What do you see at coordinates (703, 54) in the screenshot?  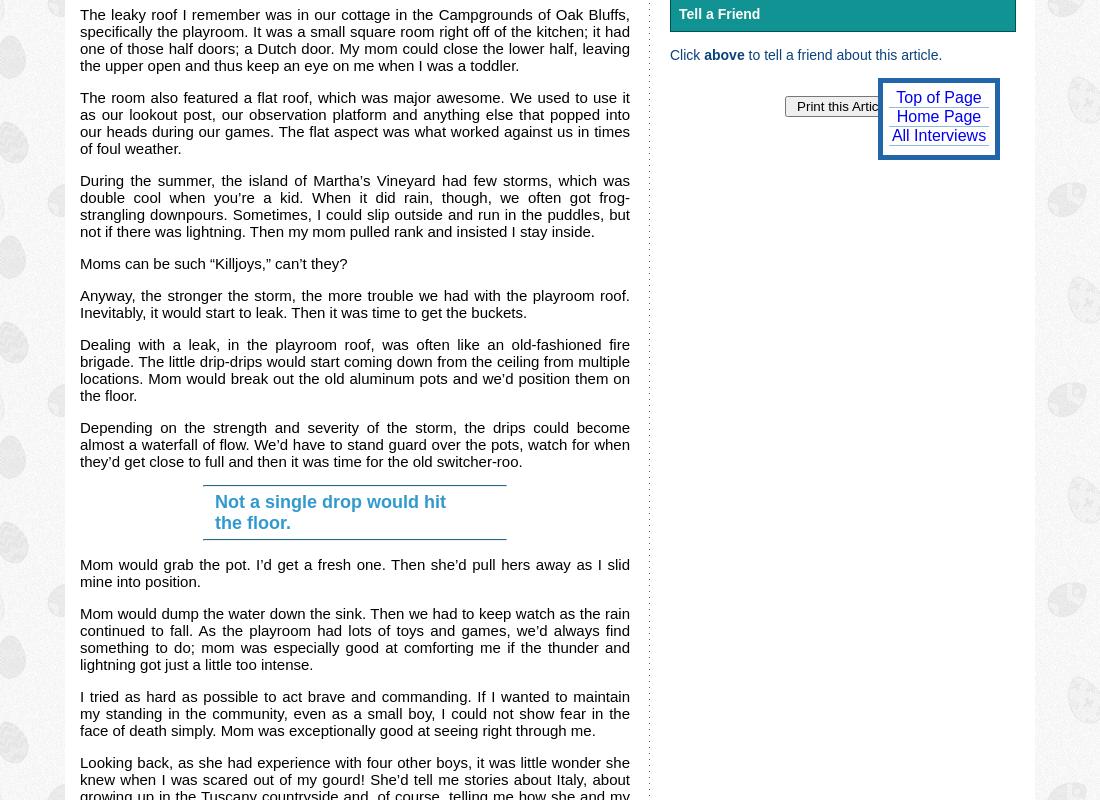 I see `'above'` at bounding box center [703, 54].